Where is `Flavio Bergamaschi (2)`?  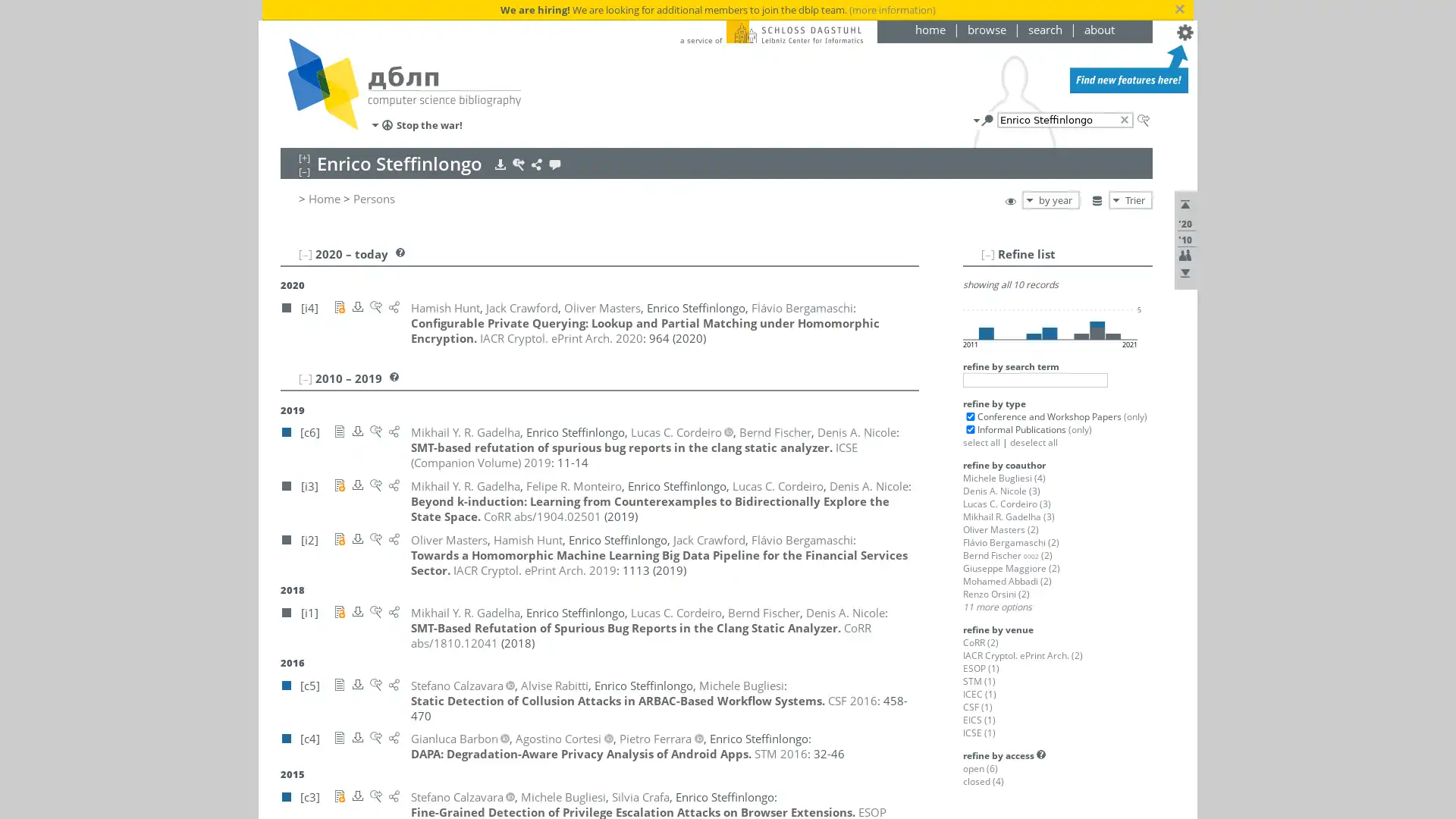
Flavio Bergamaschi (2) is located at coordinates (1011, 541).